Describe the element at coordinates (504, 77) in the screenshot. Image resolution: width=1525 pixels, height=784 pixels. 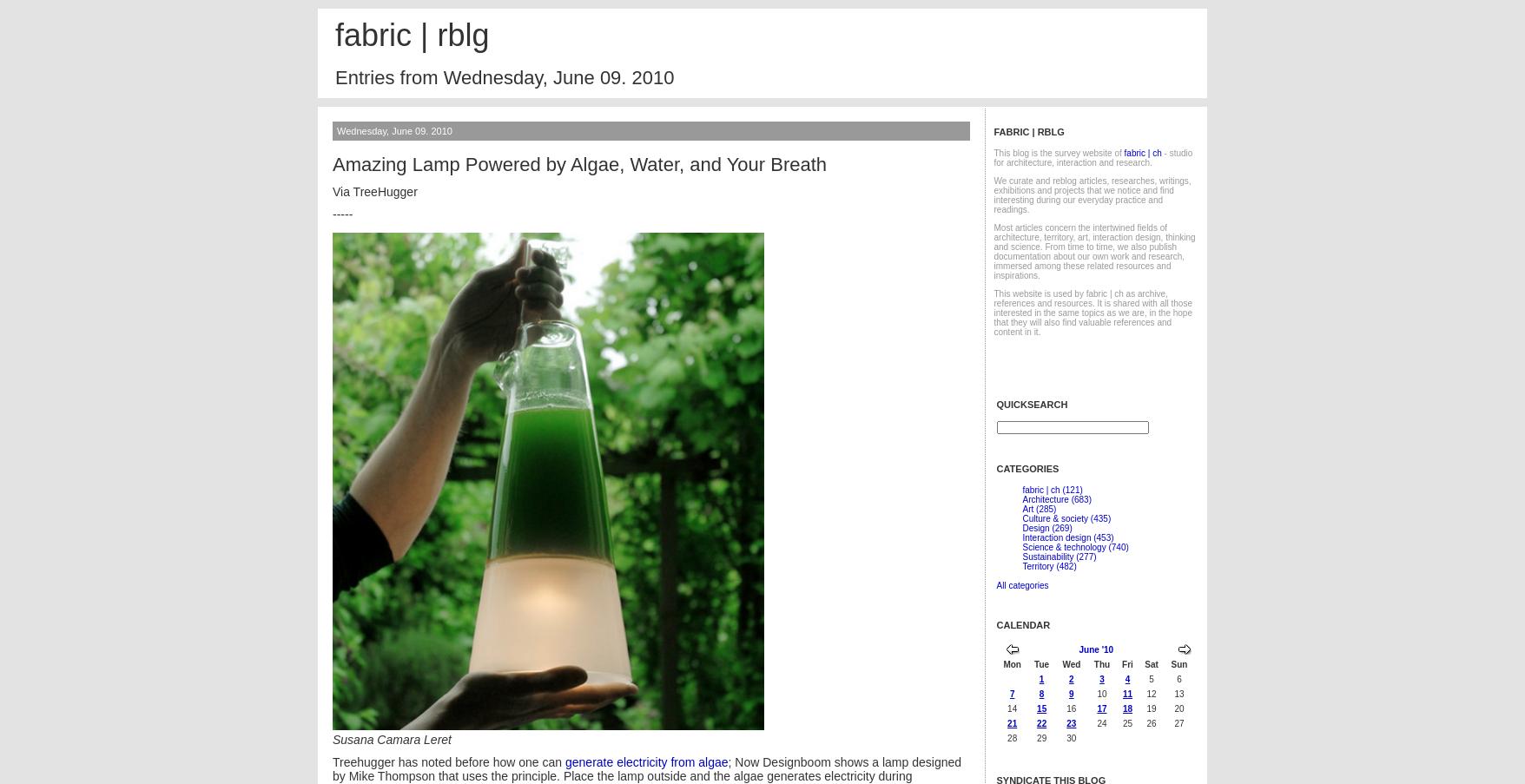
I see `'Entries from Wednesday, June 09. 2010'` at that location.